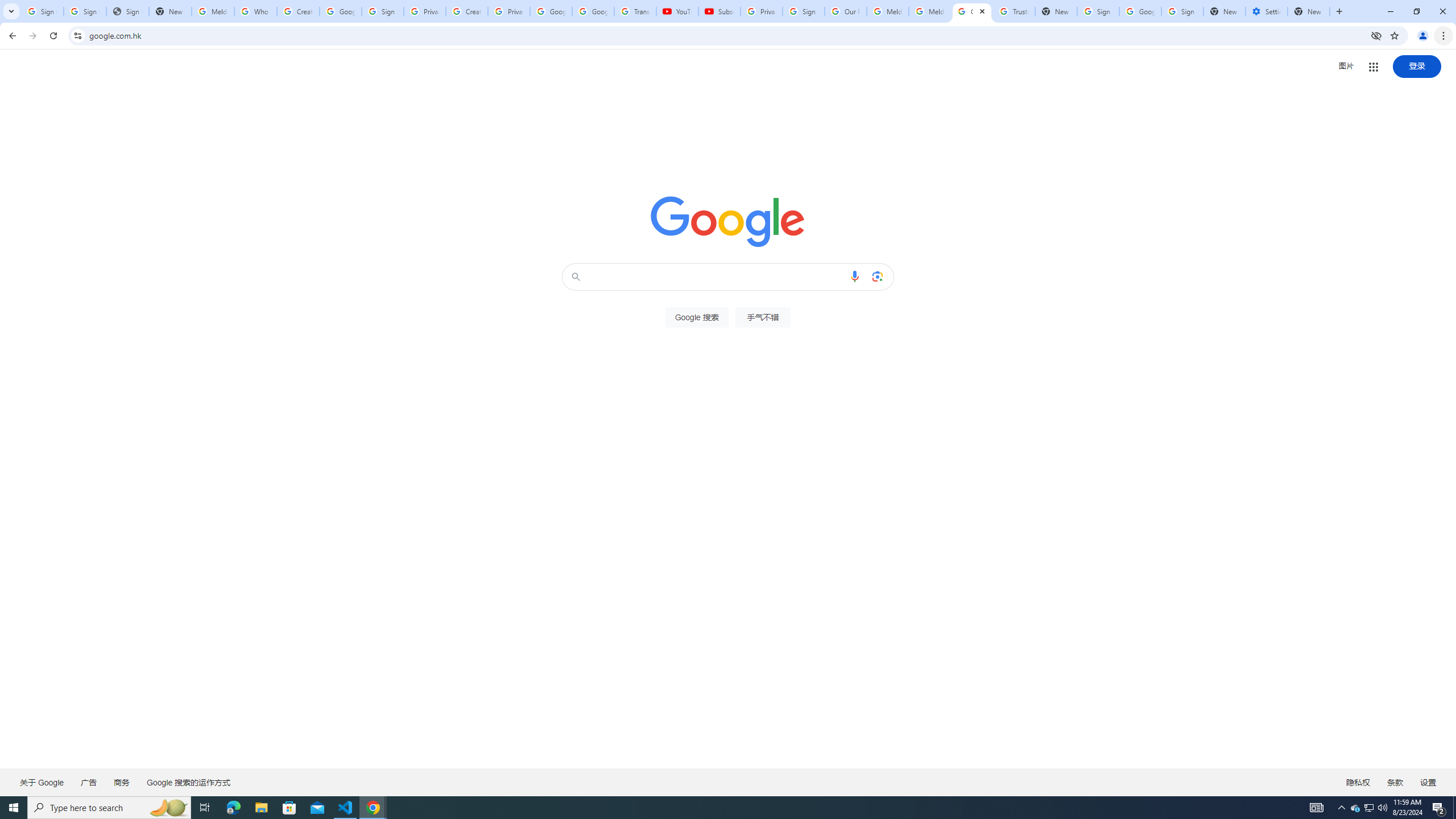 This screenshot has height=819, width=1456. I want to click on 'Subscriptions - YouTube', so click(718, 11).